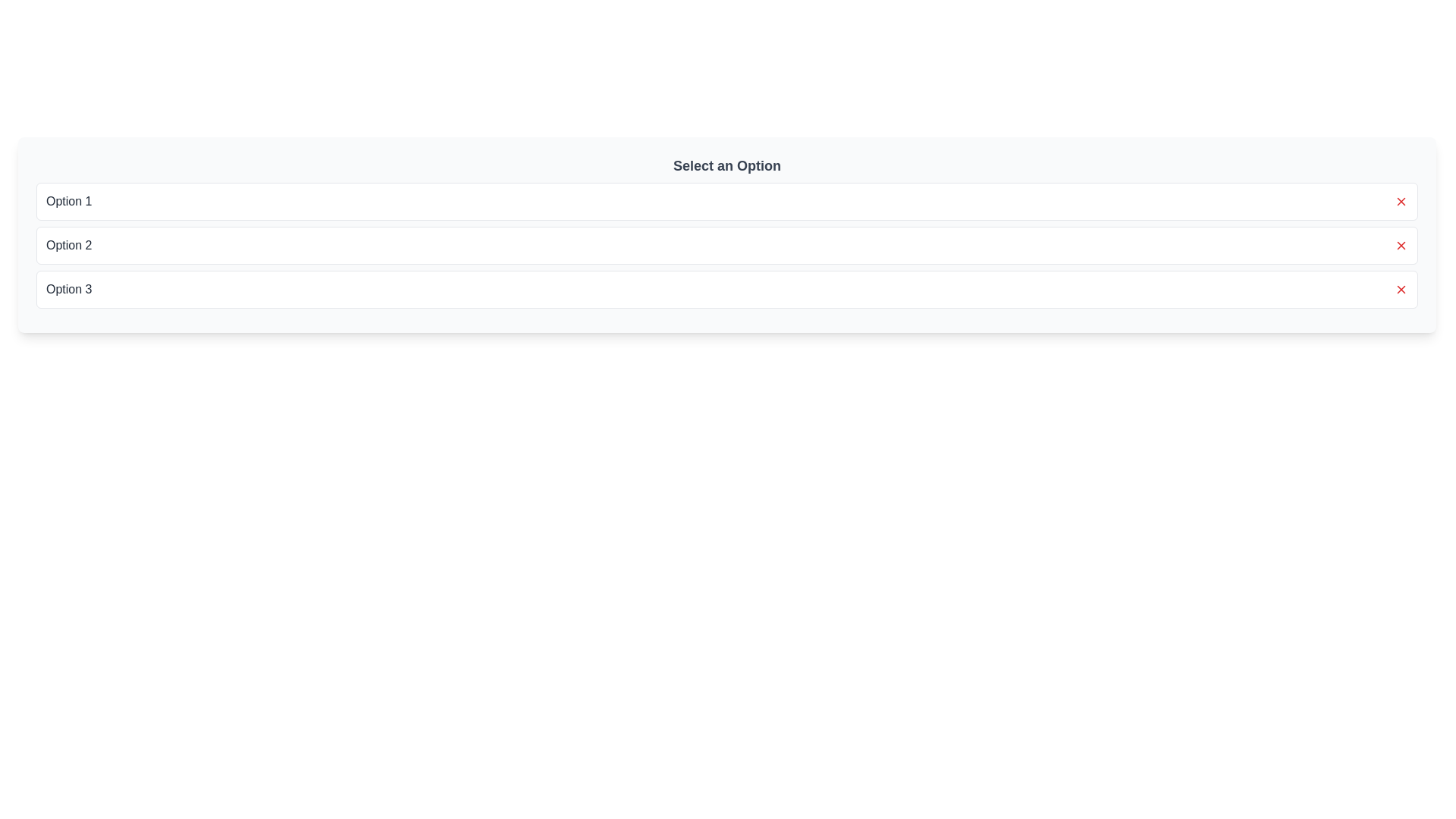  Describe the element at coordinates (68, 245) in the screenshot. I see `the text label displaying 'Option 2' which is centrally positioned in the second row of a vertically arranged list of options` at that location.